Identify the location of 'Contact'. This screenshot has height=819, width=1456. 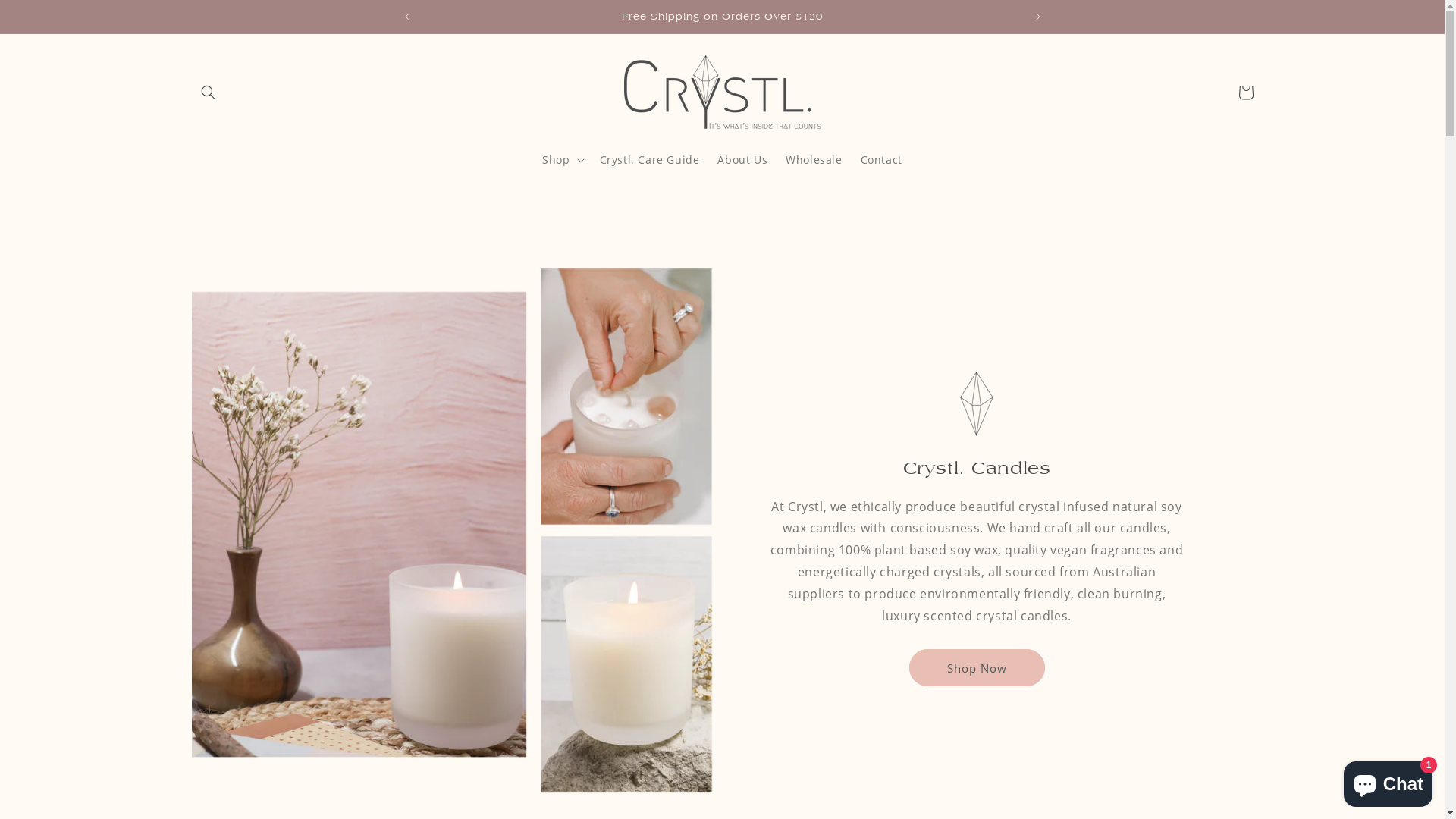
(881, 160).